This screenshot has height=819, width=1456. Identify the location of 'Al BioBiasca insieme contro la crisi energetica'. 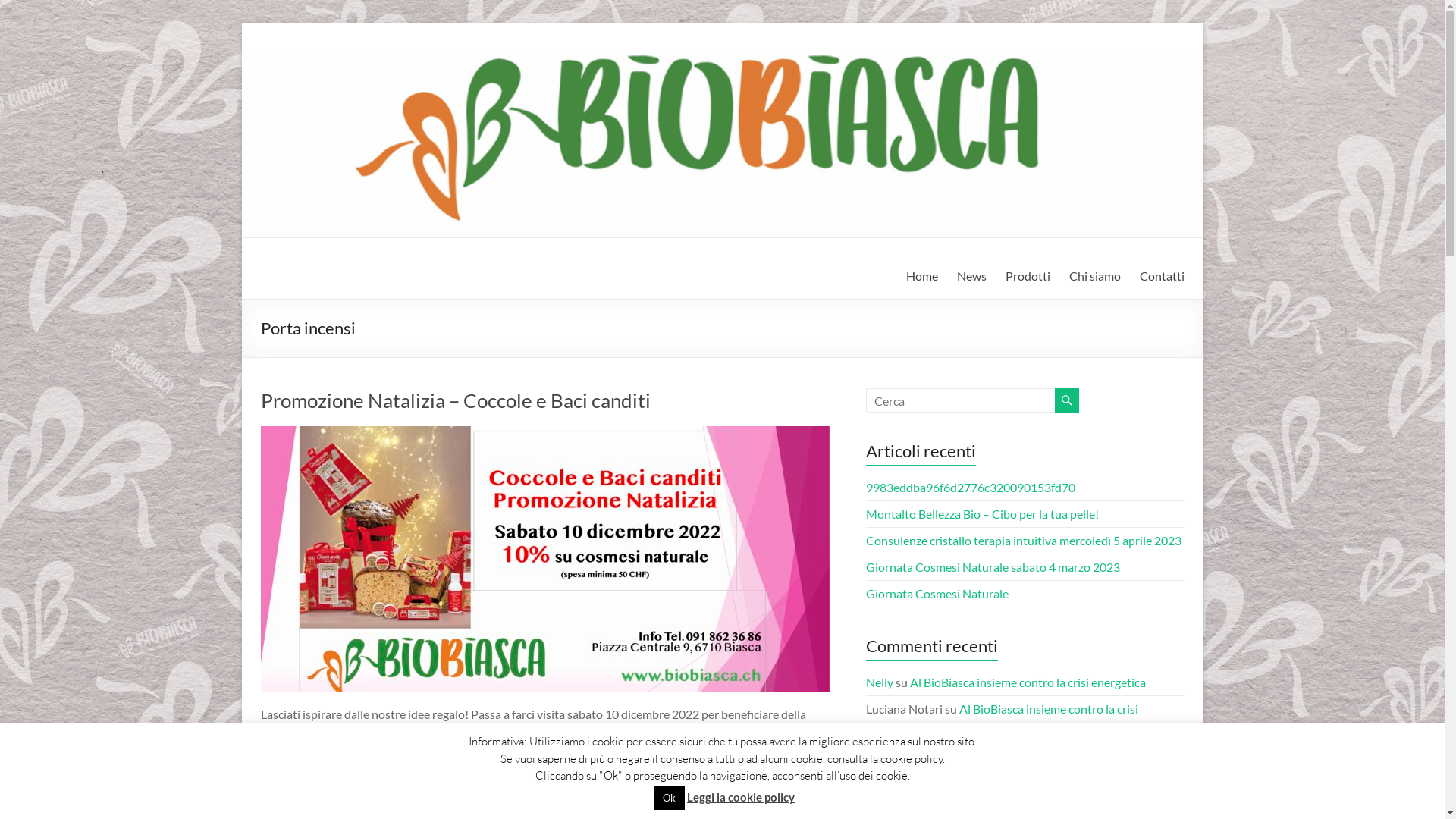
(1002, 717).